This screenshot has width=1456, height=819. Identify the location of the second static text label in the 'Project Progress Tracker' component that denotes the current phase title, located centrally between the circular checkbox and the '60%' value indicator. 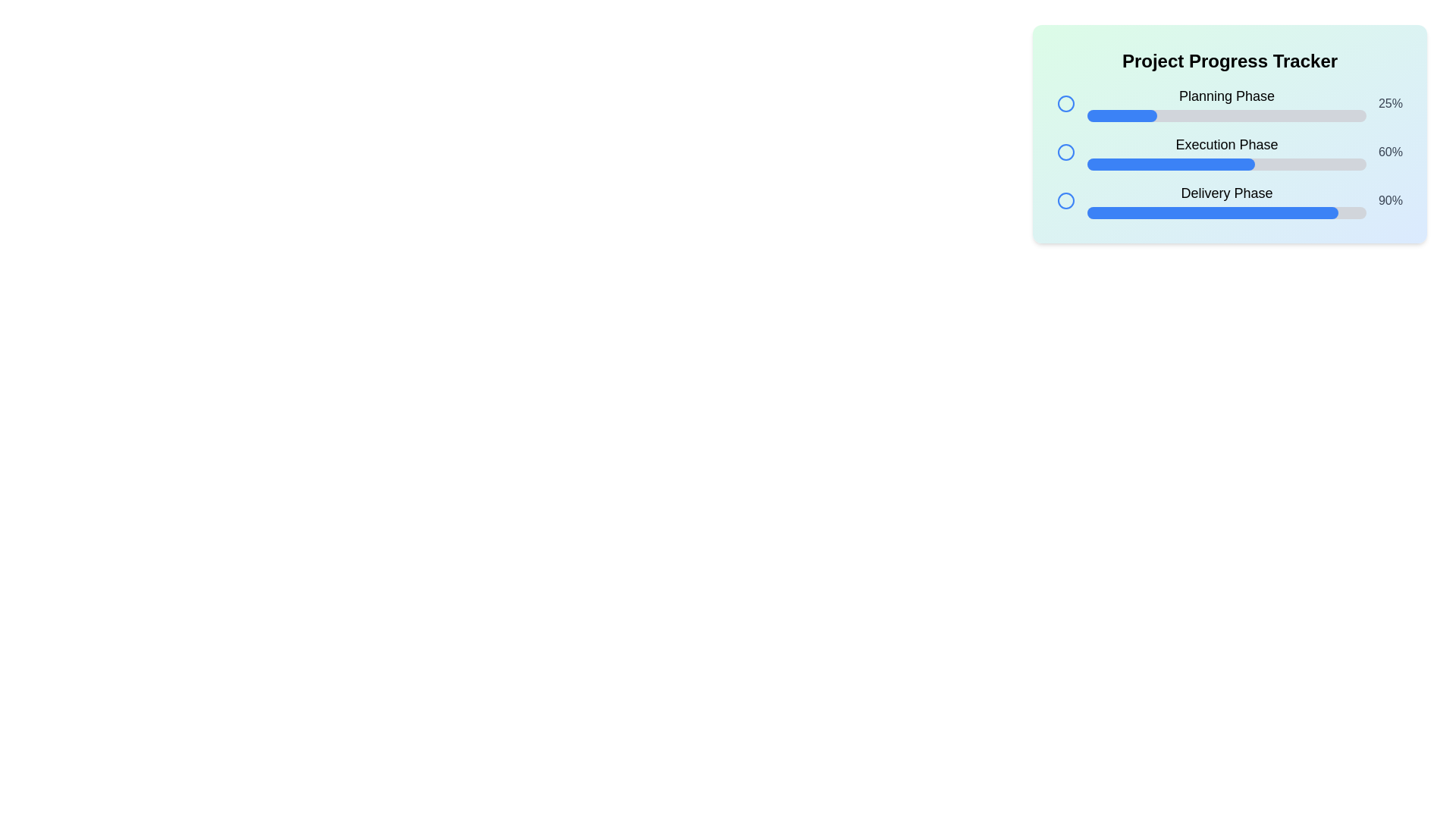
(1226, 145).